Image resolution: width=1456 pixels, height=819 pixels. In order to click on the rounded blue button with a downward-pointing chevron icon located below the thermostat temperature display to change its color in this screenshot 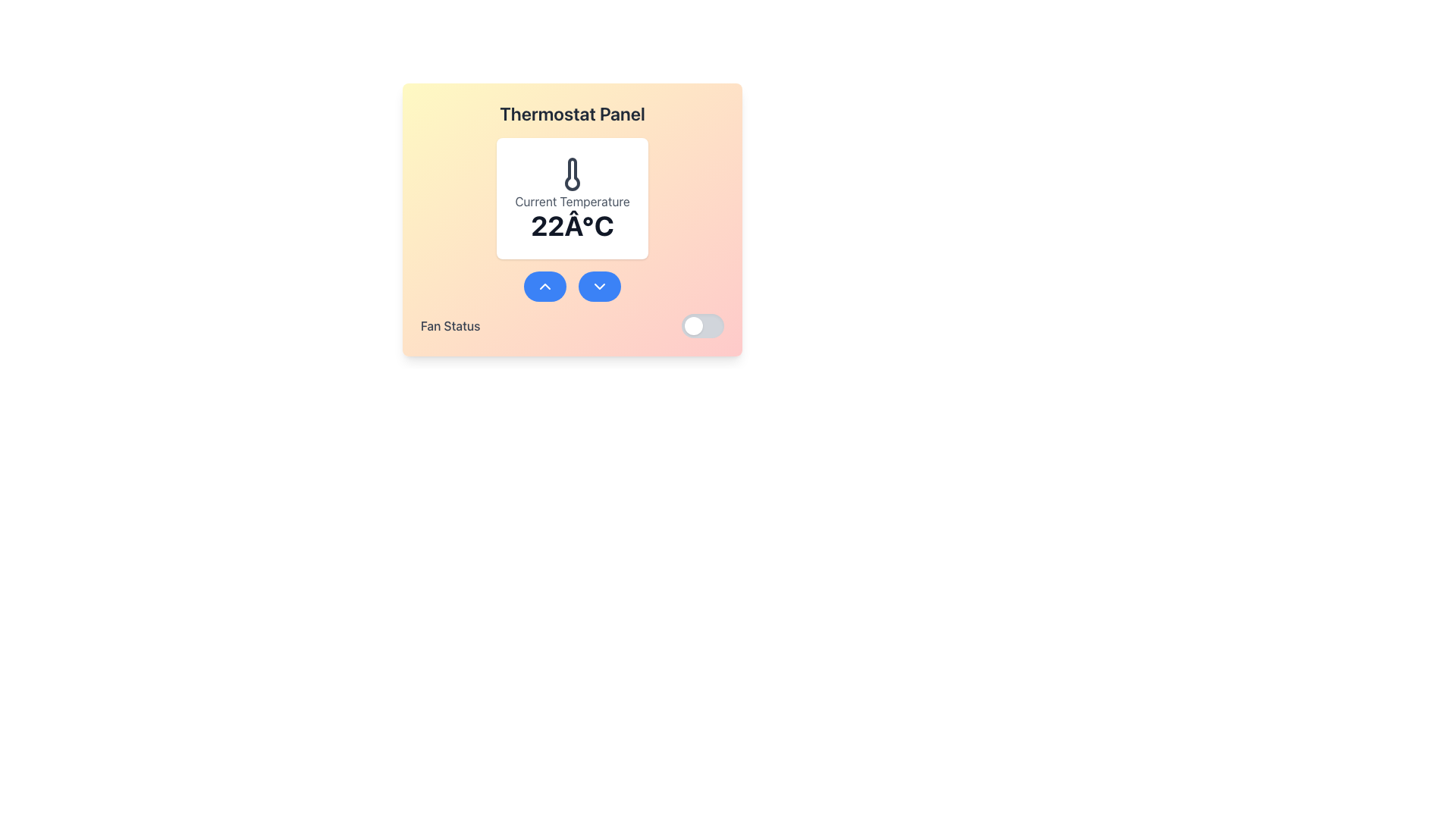, I will do `click(599, 287)`.